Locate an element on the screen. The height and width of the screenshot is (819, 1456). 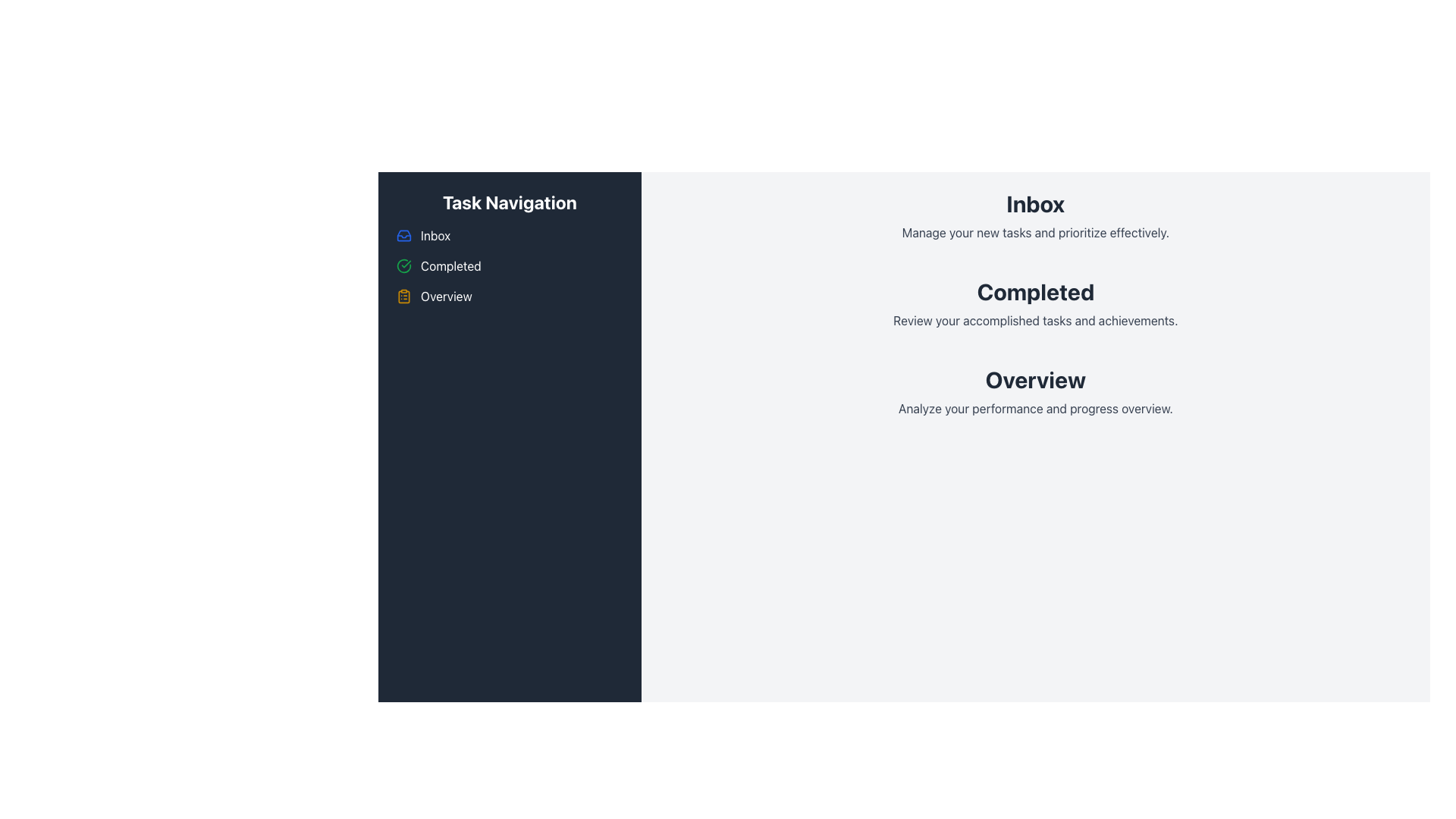
description text block titled 'Overview' which contains the text 'Analyze your performance and progress overview.' is located at coordinates (1034, 391).